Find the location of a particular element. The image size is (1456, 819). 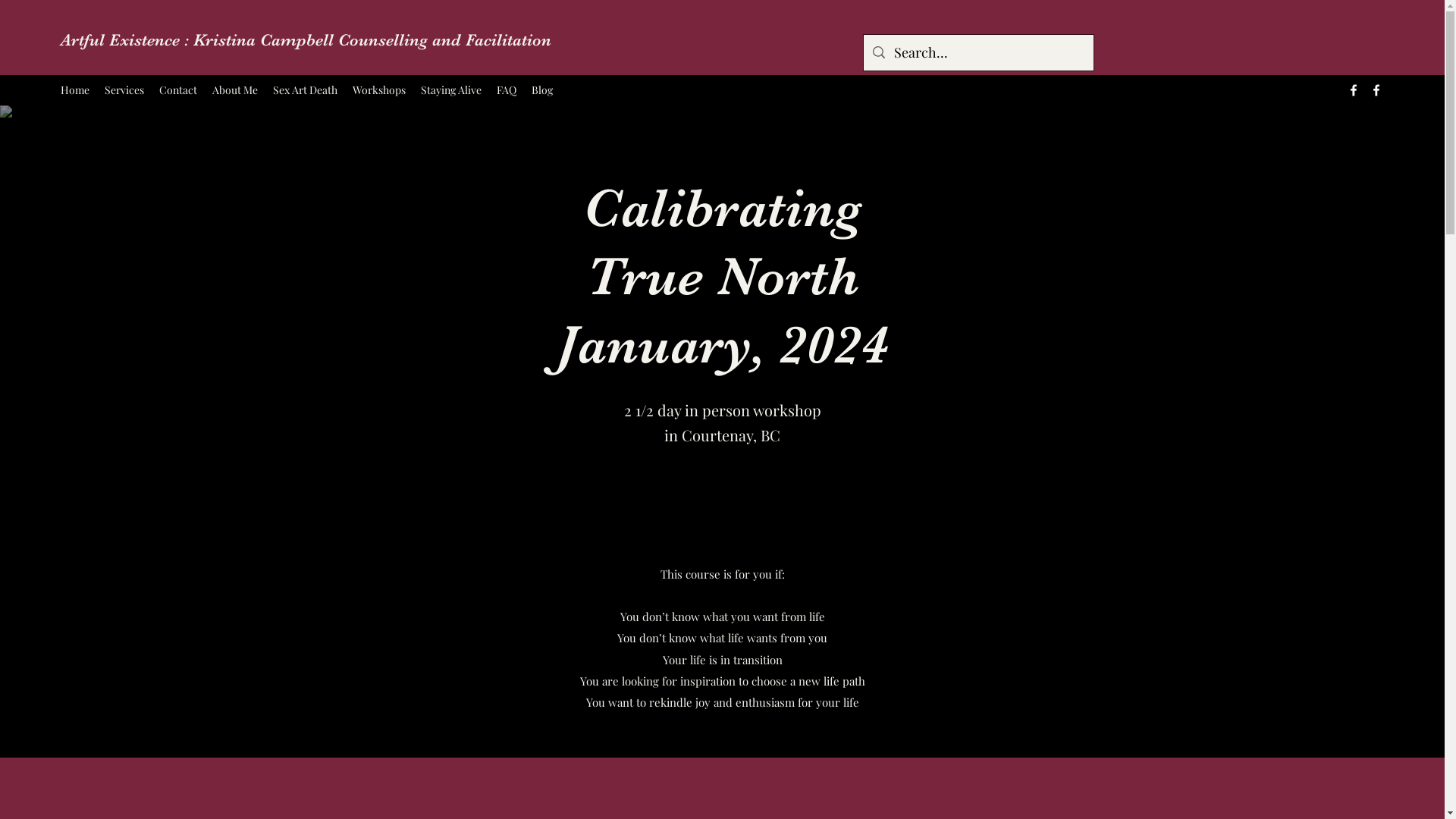

'About Me' is located at coordinates (234, 90).